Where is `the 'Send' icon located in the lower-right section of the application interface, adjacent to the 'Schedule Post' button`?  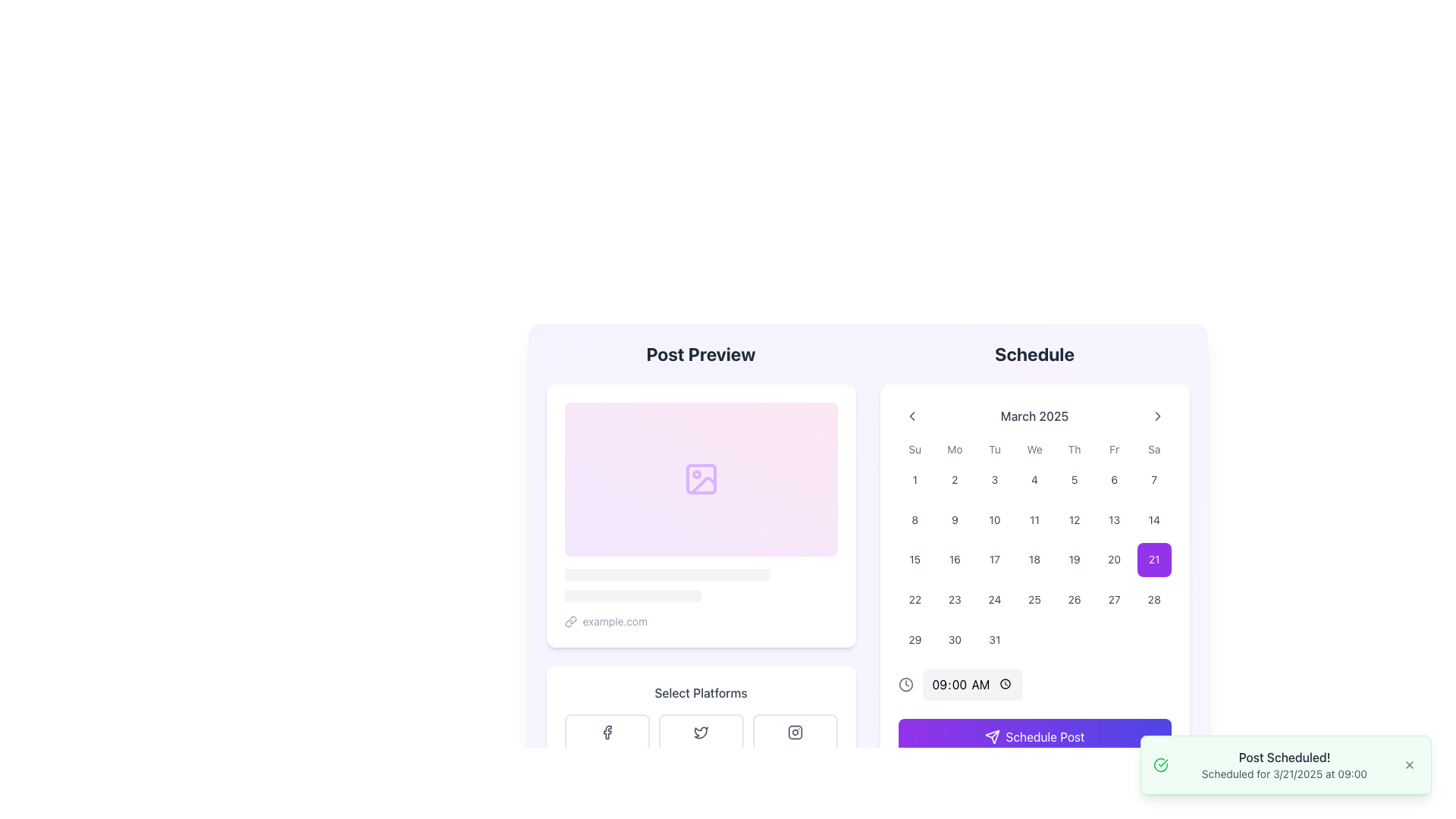 the 'Send' icon located in the lower-right section of the application interface, adjacent to the 'Schedule Post' button is located at coordinates (992, 736).